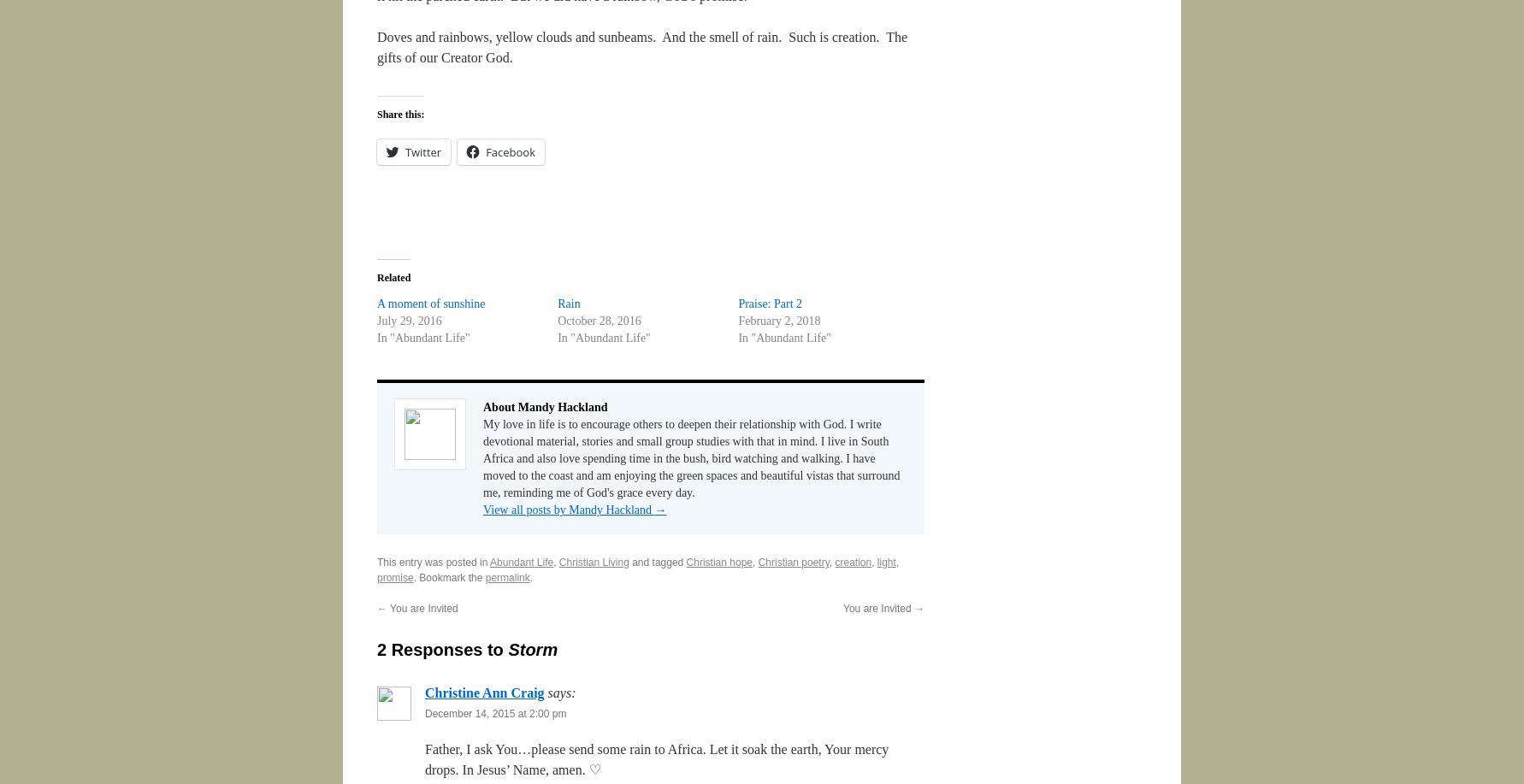  I want to click on 'permalink', so click(507, 578).